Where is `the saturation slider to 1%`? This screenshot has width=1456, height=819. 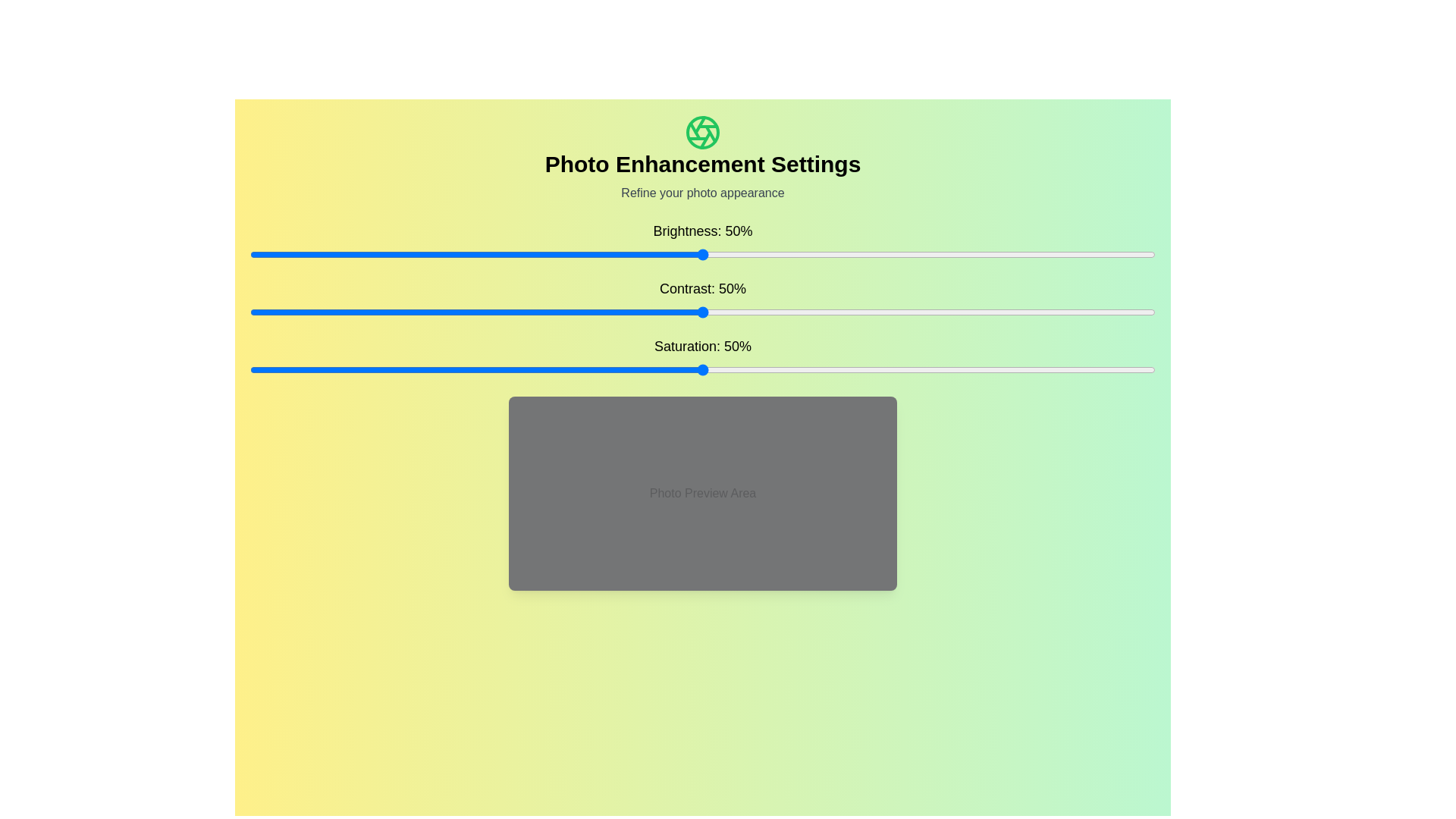
the saturation slider to 1% is located at coordinates (259, 370).